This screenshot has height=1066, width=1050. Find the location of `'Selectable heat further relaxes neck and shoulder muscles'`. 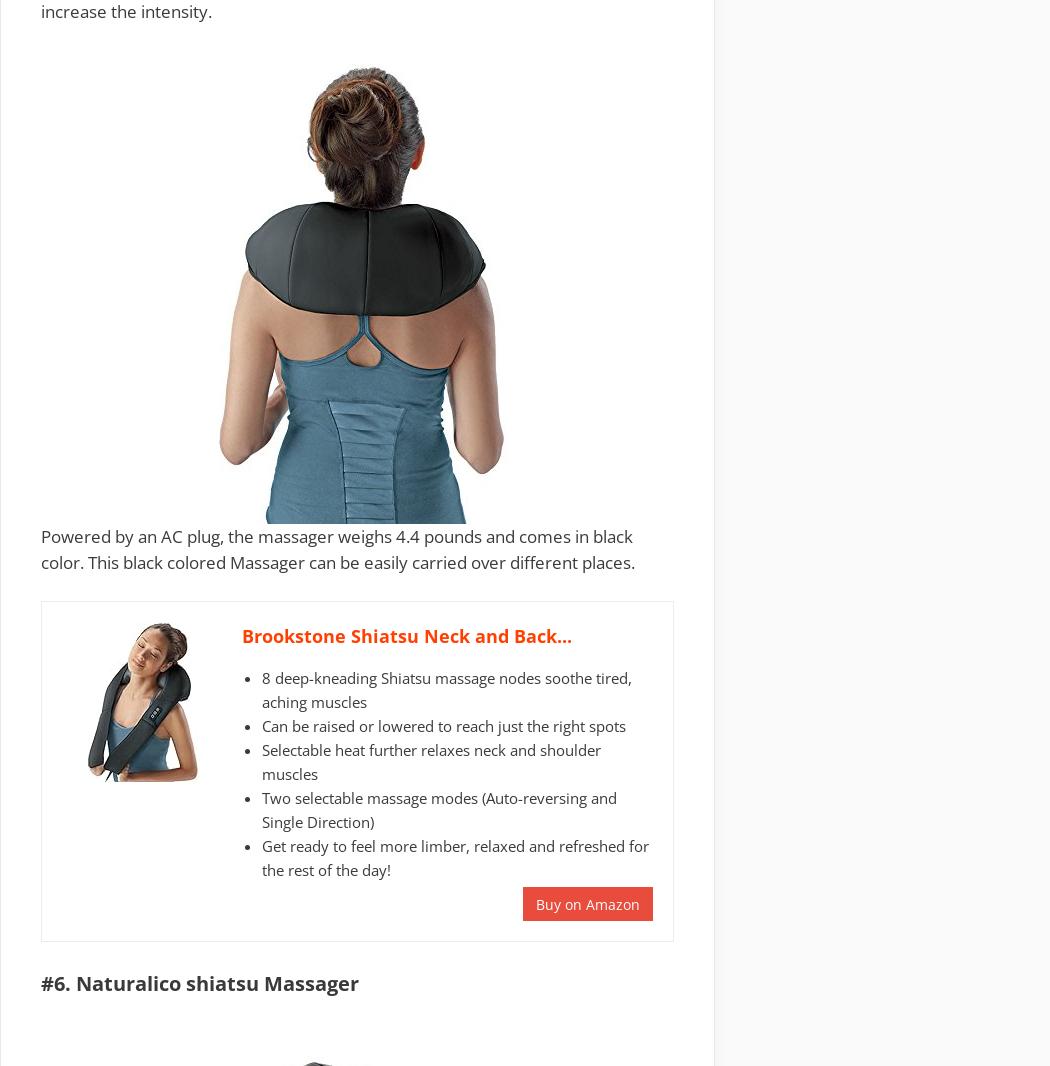

'Selectable heat further relaxes neck and shoulder muscles' is located at coordinates (430, 760).